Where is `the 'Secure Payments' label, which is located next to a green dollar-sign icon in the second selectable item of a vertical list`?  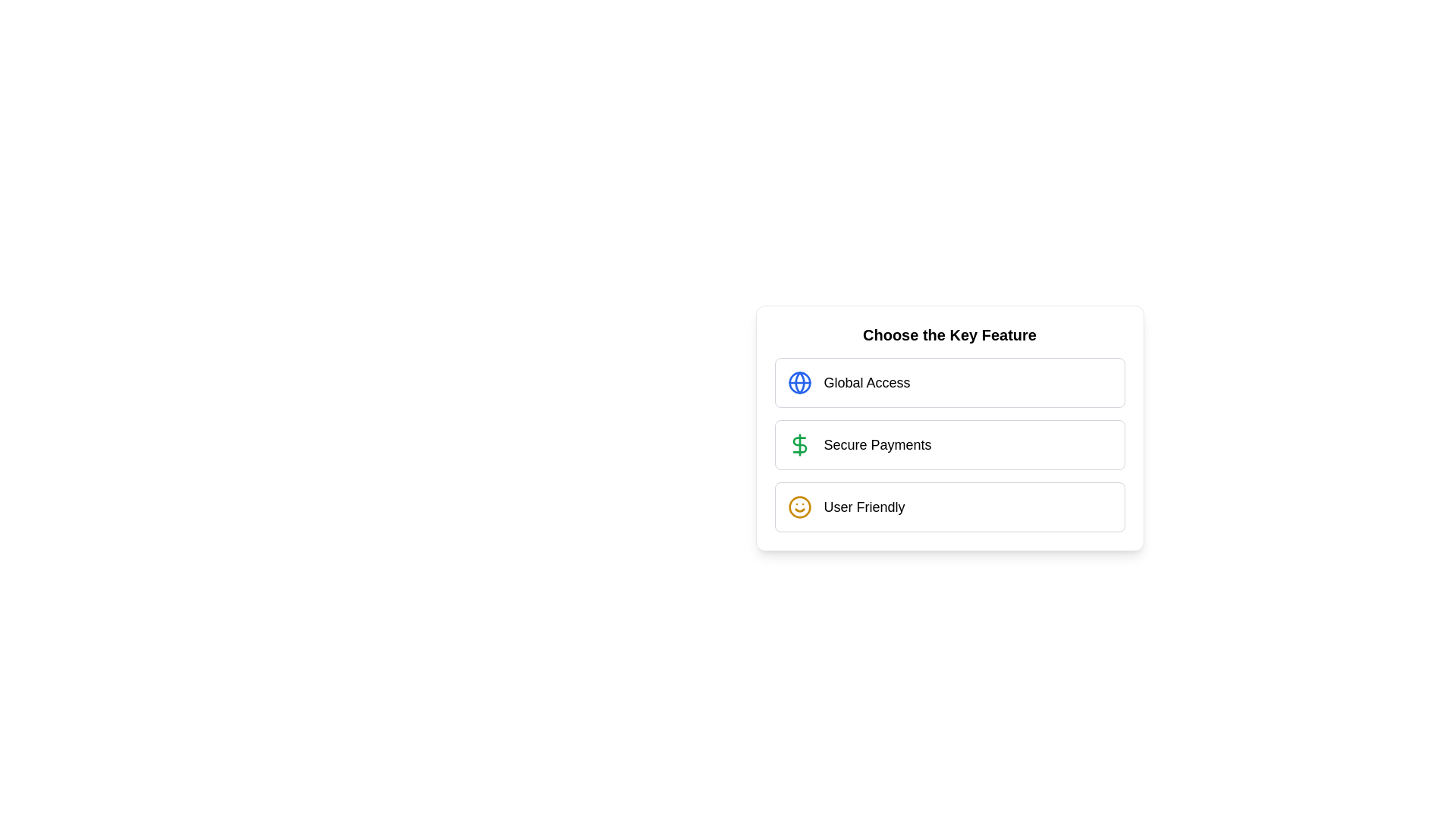 the 'Secure Payments' label, which is located next to a green dollar-sign icon in the second selectable item of a vertical list is located at coordinates (877, 444).